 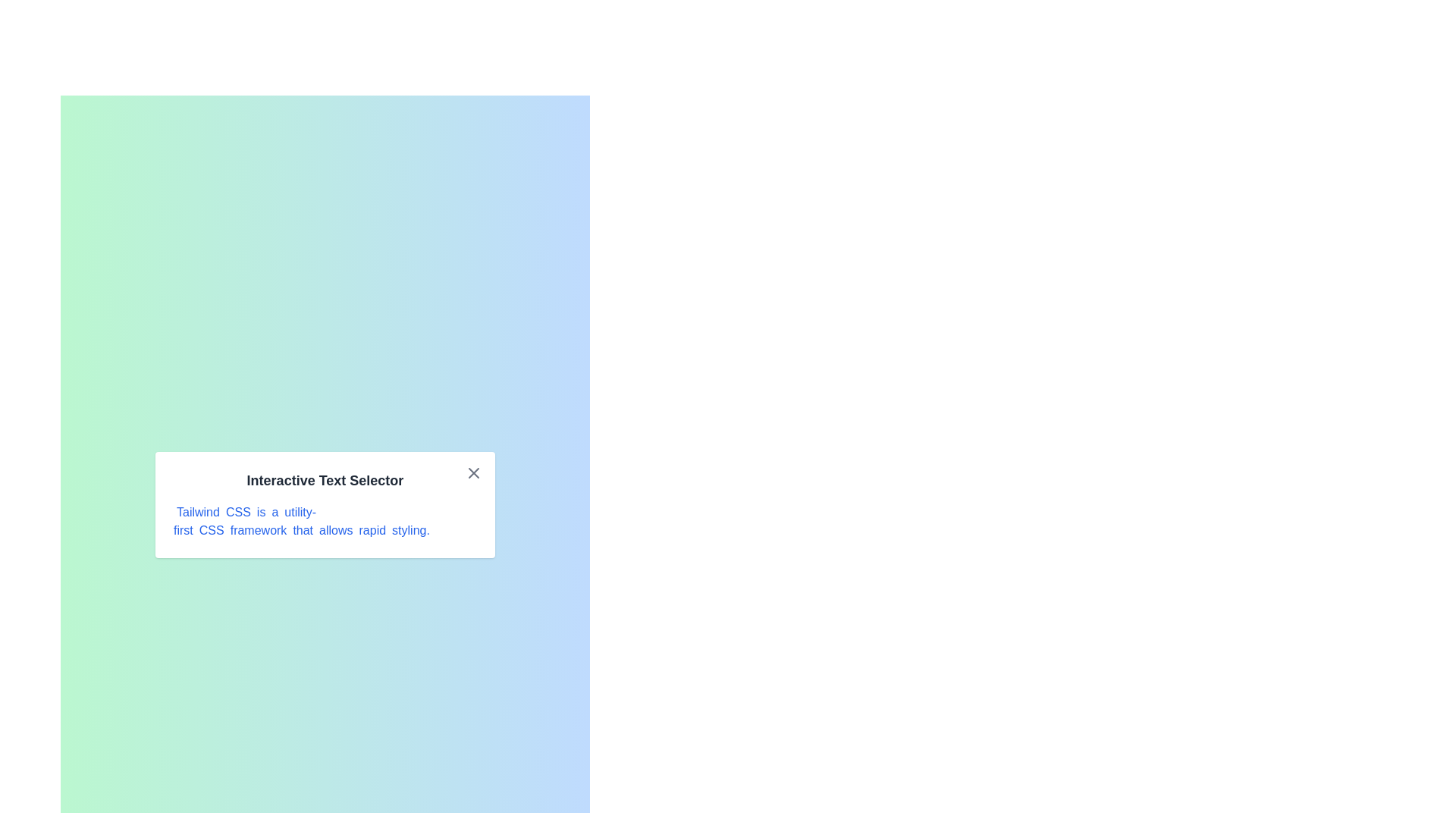 I want to click on the close button to close the dialog, so click(x=472, y=472).